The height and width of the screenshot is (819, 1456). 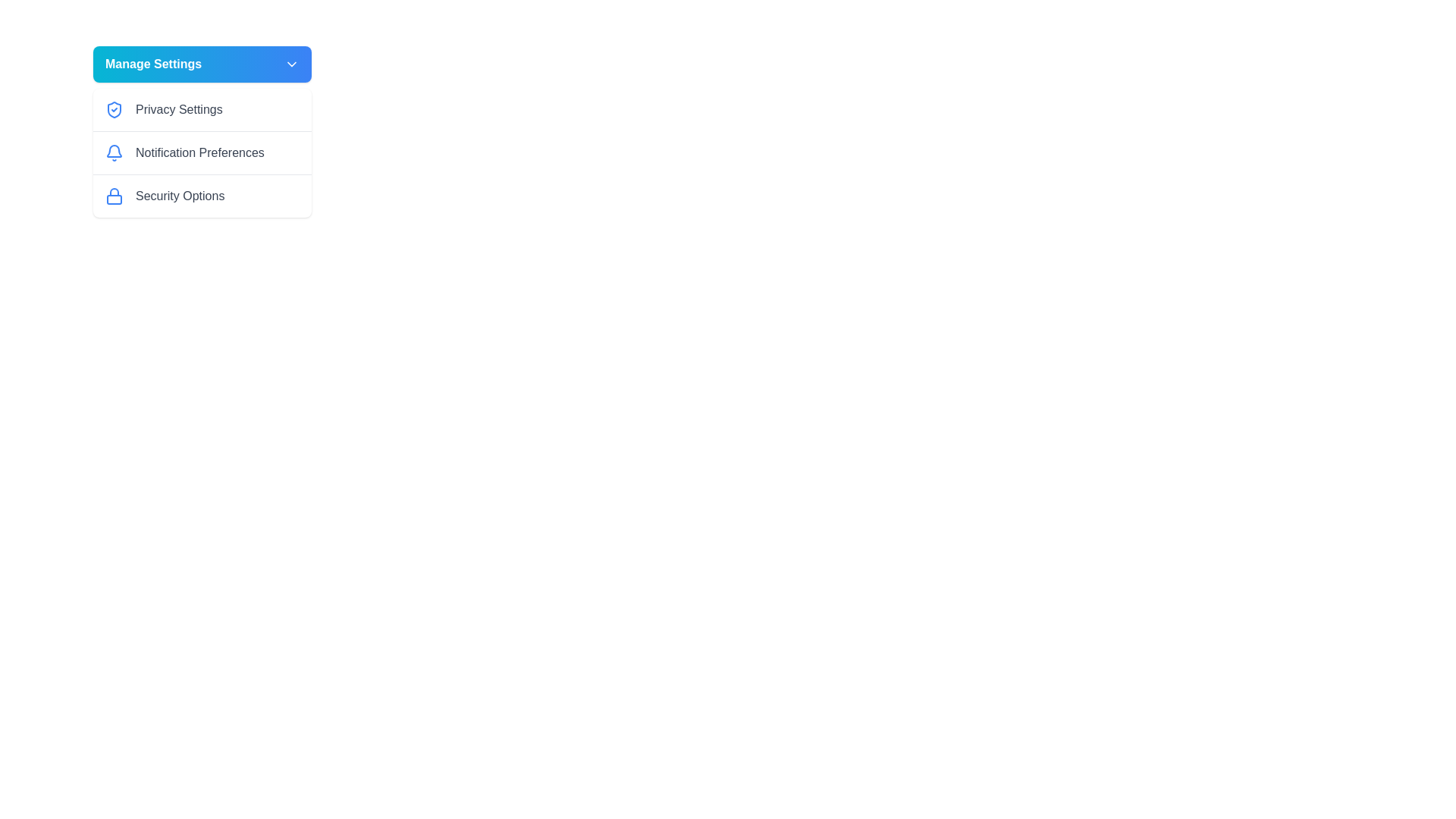 What do you see at coordinates (179, 109) in the screenshot?
I see `text label displaying 'Privacy Settings', which is the first option in the settings list under the 'Manage Settings' dropdown menu, adjacent to a blue shield icon` at bounding box center [179, 109].